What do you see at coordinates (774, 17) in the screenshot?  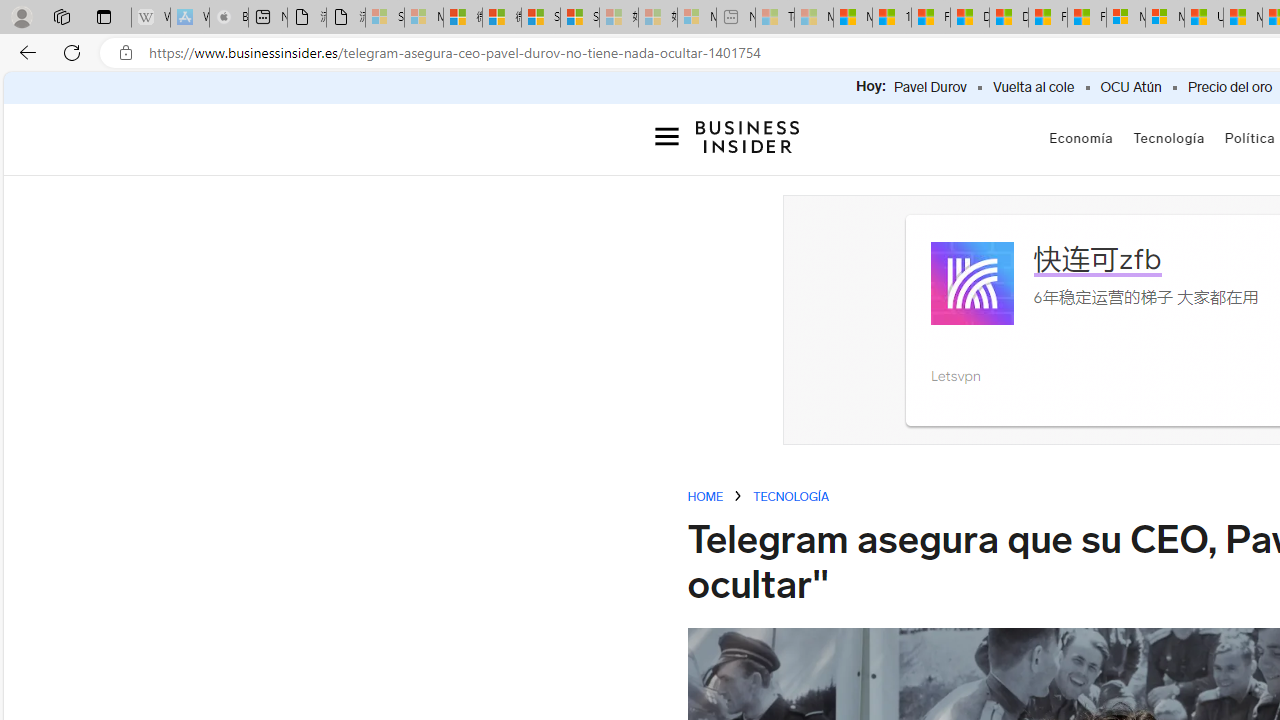 I see `'Top Stories - MSN - Sleeping'` at bounding box center [774, 17].